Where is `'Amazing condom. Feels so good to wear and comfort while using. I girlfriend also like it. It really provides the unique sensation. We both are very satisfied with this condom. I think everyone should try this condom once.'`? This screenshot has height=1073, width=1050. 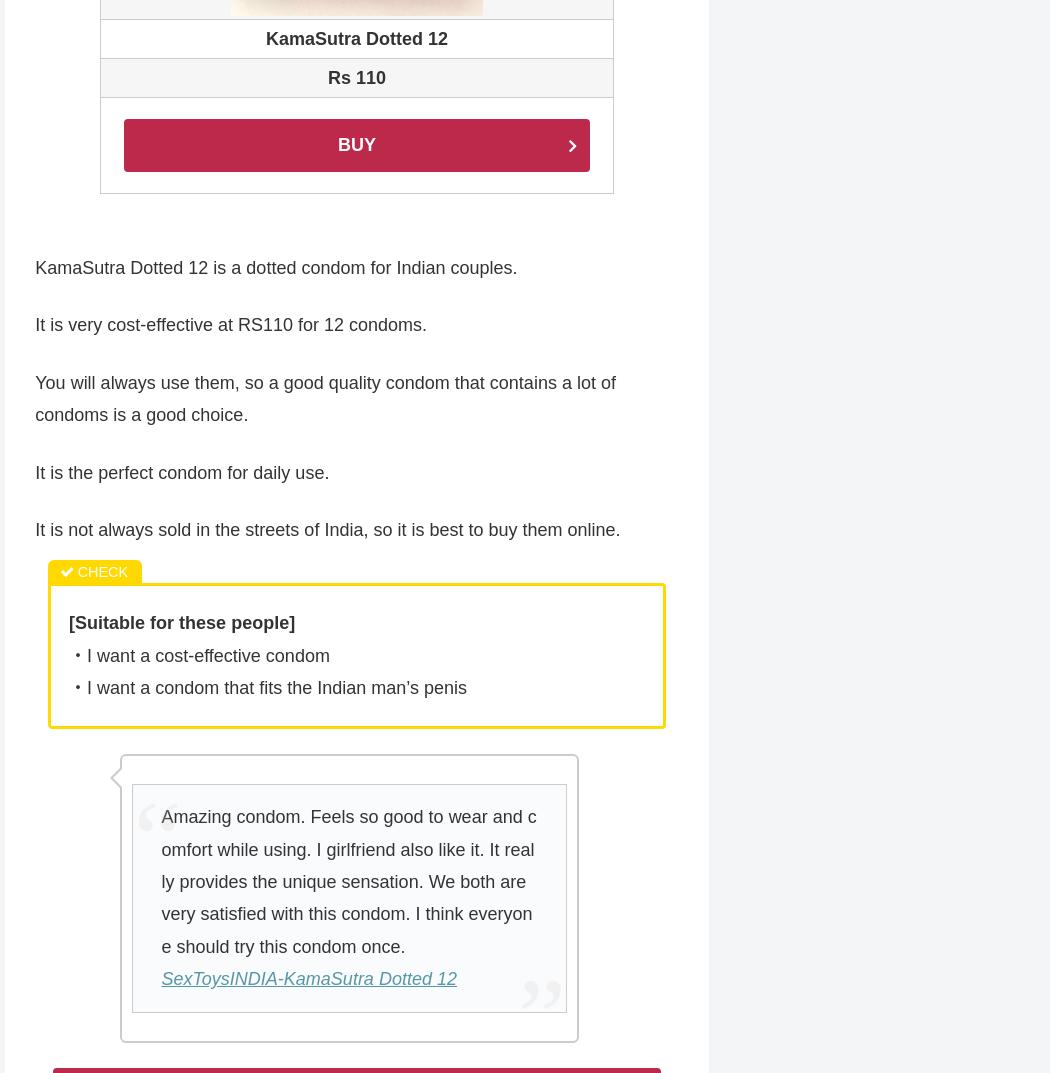
'Amazing condom. Feels so good to wear and comfort while using. I girlfriend also like it. It really provides the unique sensation. We both are very satisfied with this condom. I think everyone should try this condom once.' is located at coordinates (347, 882).